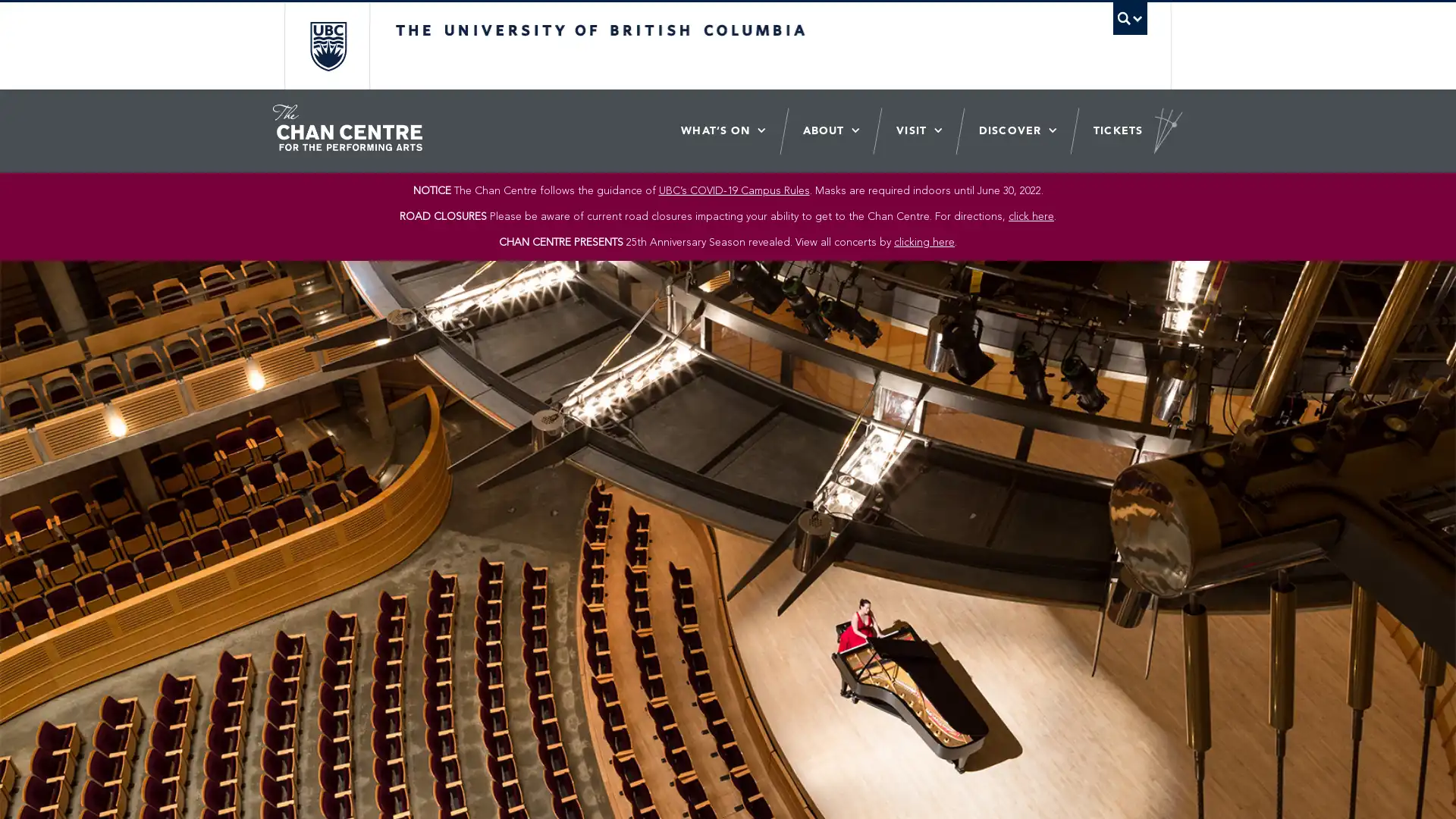 This screenshot has height=819, width=1456. I want to click on UBC Search, so click(1129, 18).